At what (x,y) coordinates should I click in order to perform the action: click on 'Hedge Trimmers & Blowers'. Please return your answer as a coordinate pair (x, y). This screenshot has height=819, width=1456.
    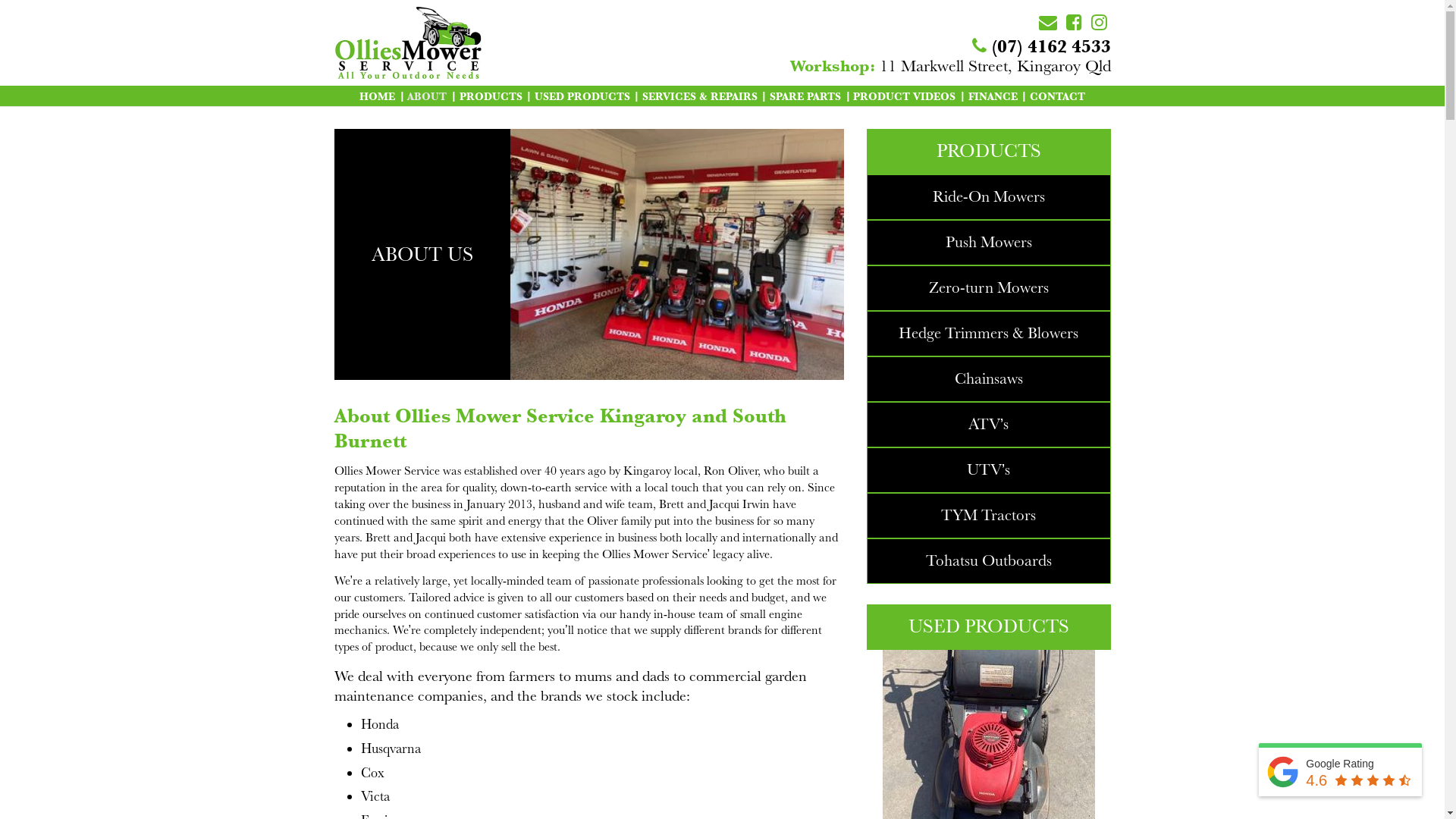
    Looking at the image, I should click on (899, 332).